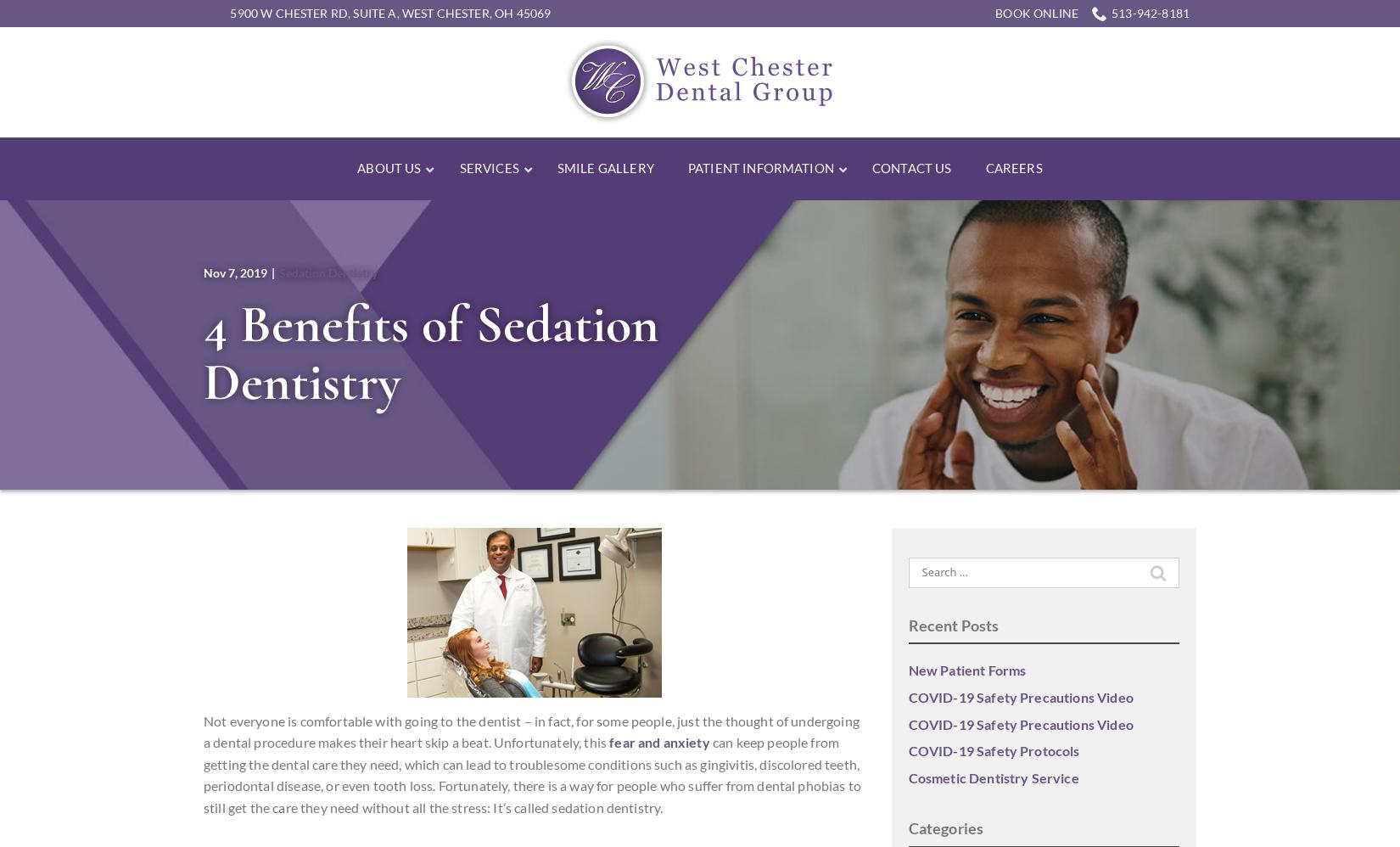  I want to click on 'Dental Crowns and Bridges', so click(833, 286).